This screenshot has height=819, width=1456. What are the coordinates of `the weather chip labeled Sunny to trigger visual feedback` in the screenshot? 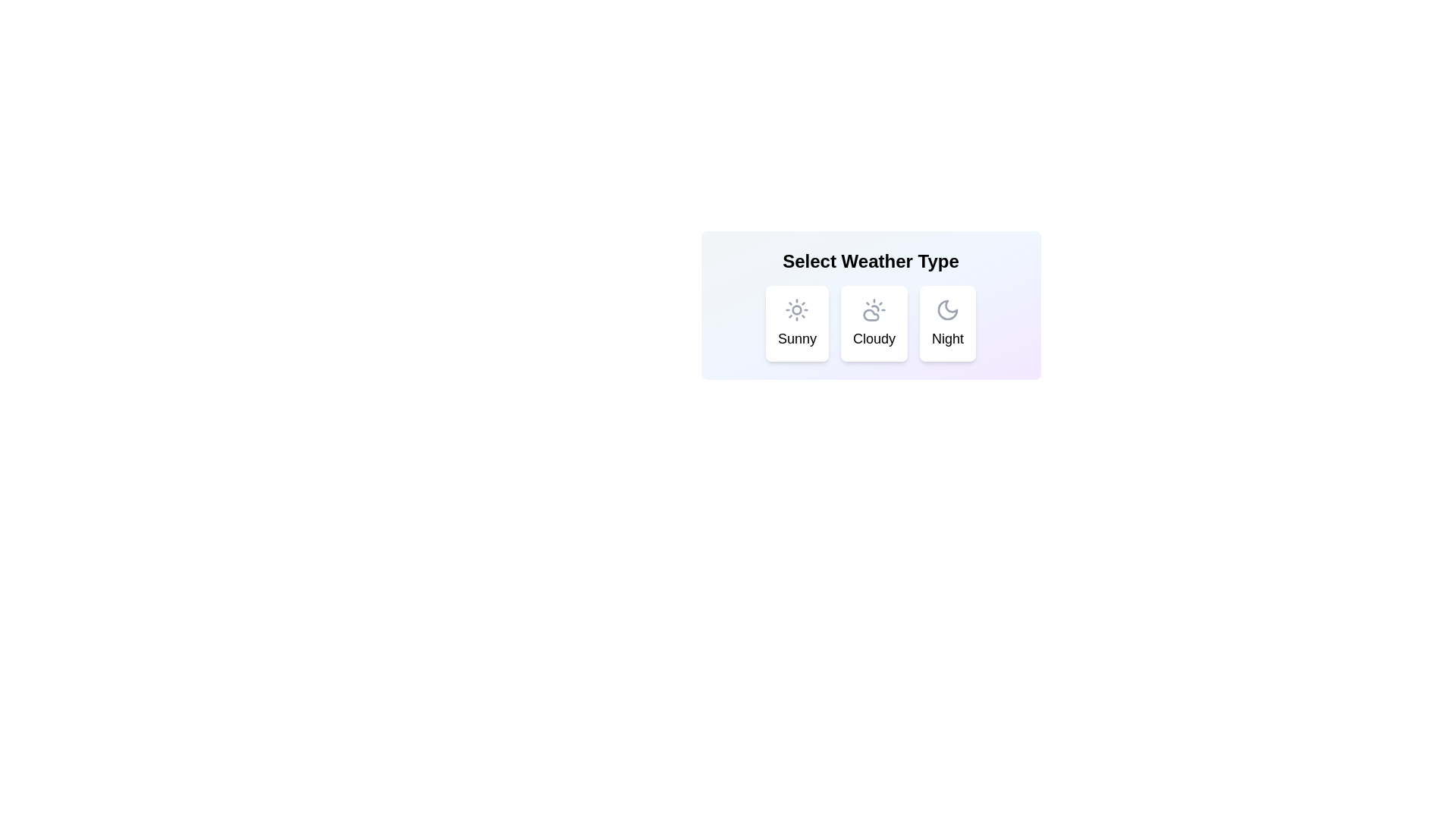 It's located at (796, 323).